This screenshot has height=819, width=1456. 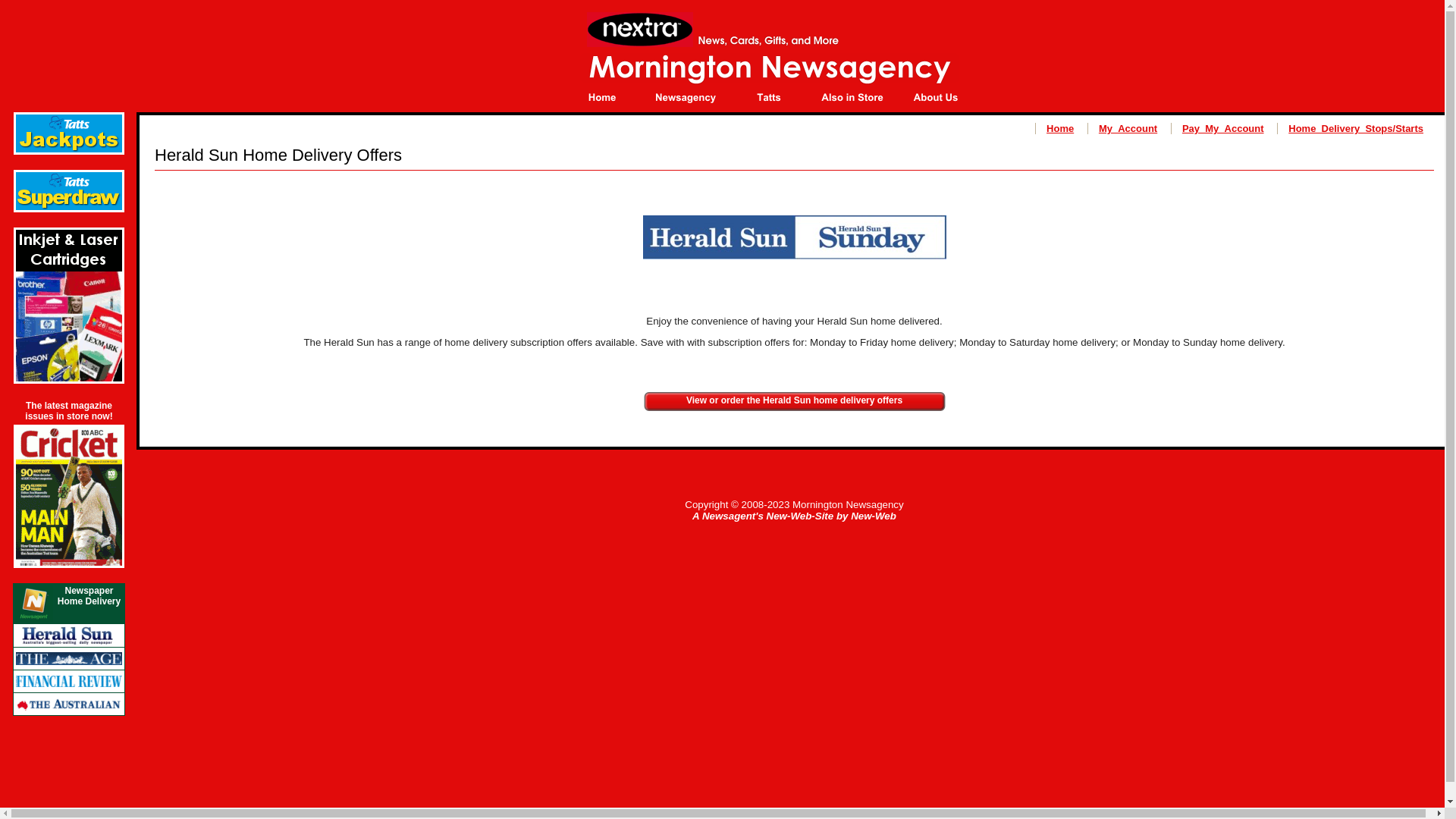 I want to click on 'Home_Delivery_Stops/Starts', so click(x=1356, y=127).